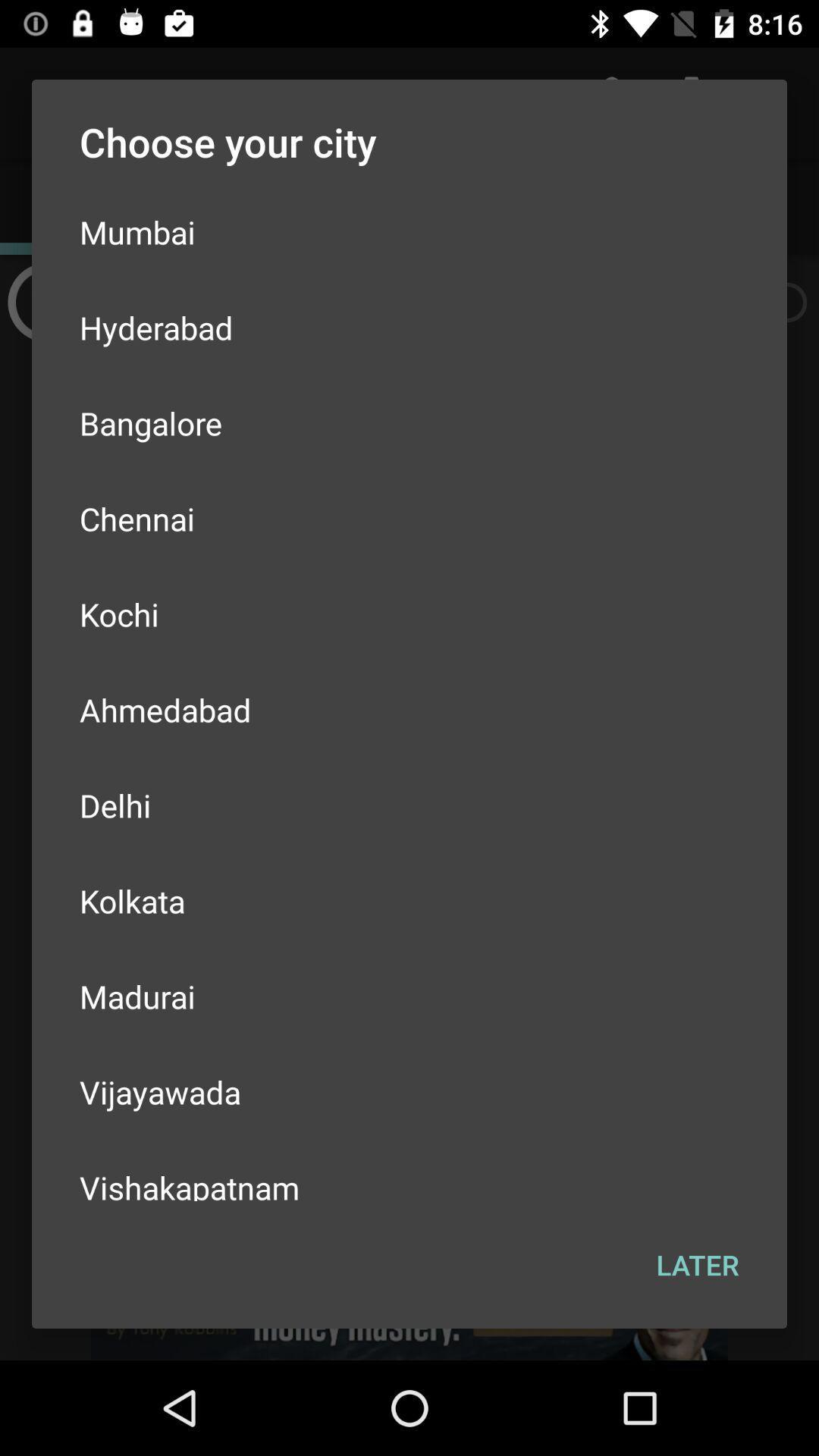 The width and height of the screenshot is (819, 1456). I want to click on madurai item, so click(409, 996).